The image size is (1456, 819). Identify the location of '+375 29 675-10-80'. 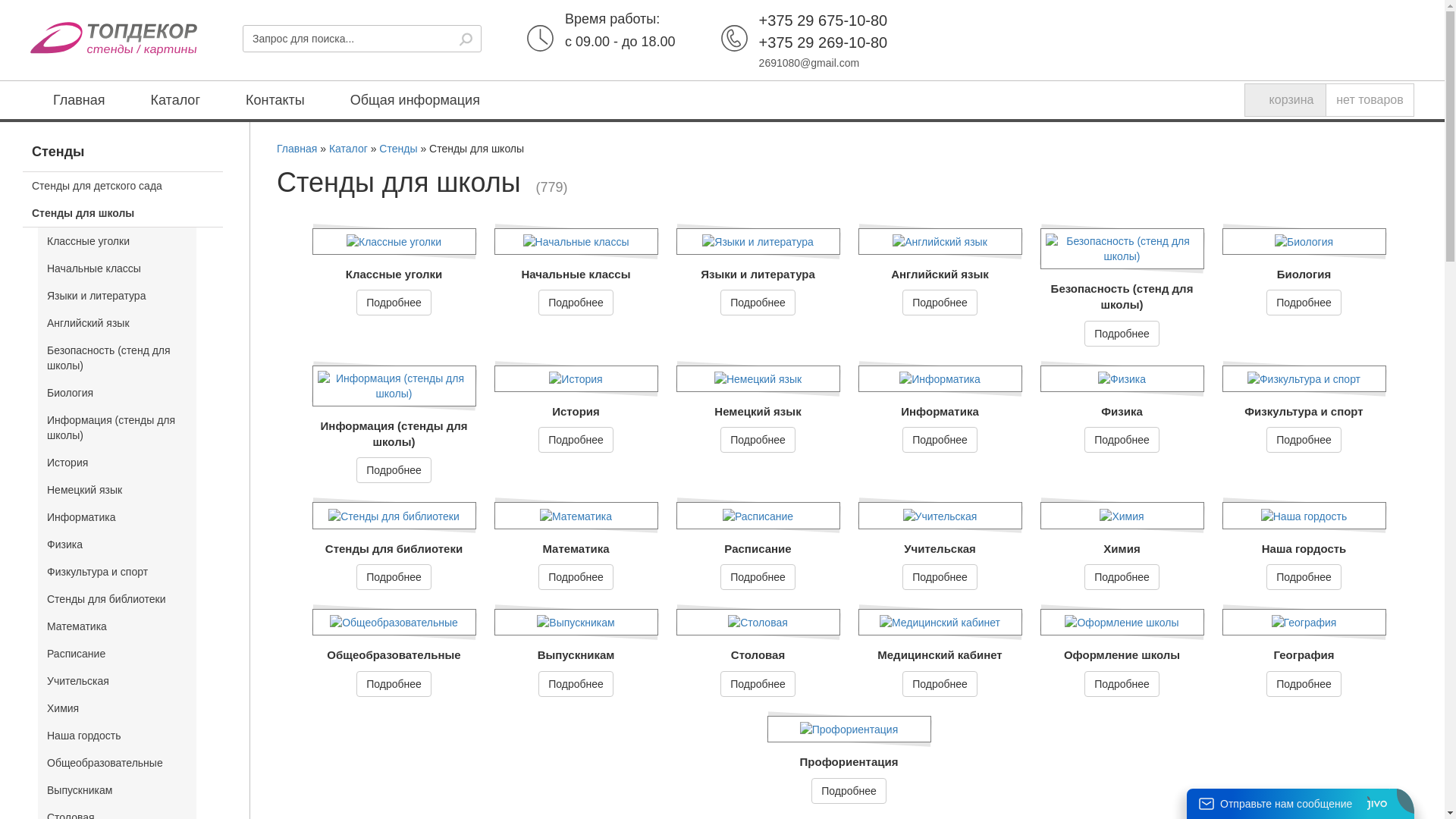
(822, 20).